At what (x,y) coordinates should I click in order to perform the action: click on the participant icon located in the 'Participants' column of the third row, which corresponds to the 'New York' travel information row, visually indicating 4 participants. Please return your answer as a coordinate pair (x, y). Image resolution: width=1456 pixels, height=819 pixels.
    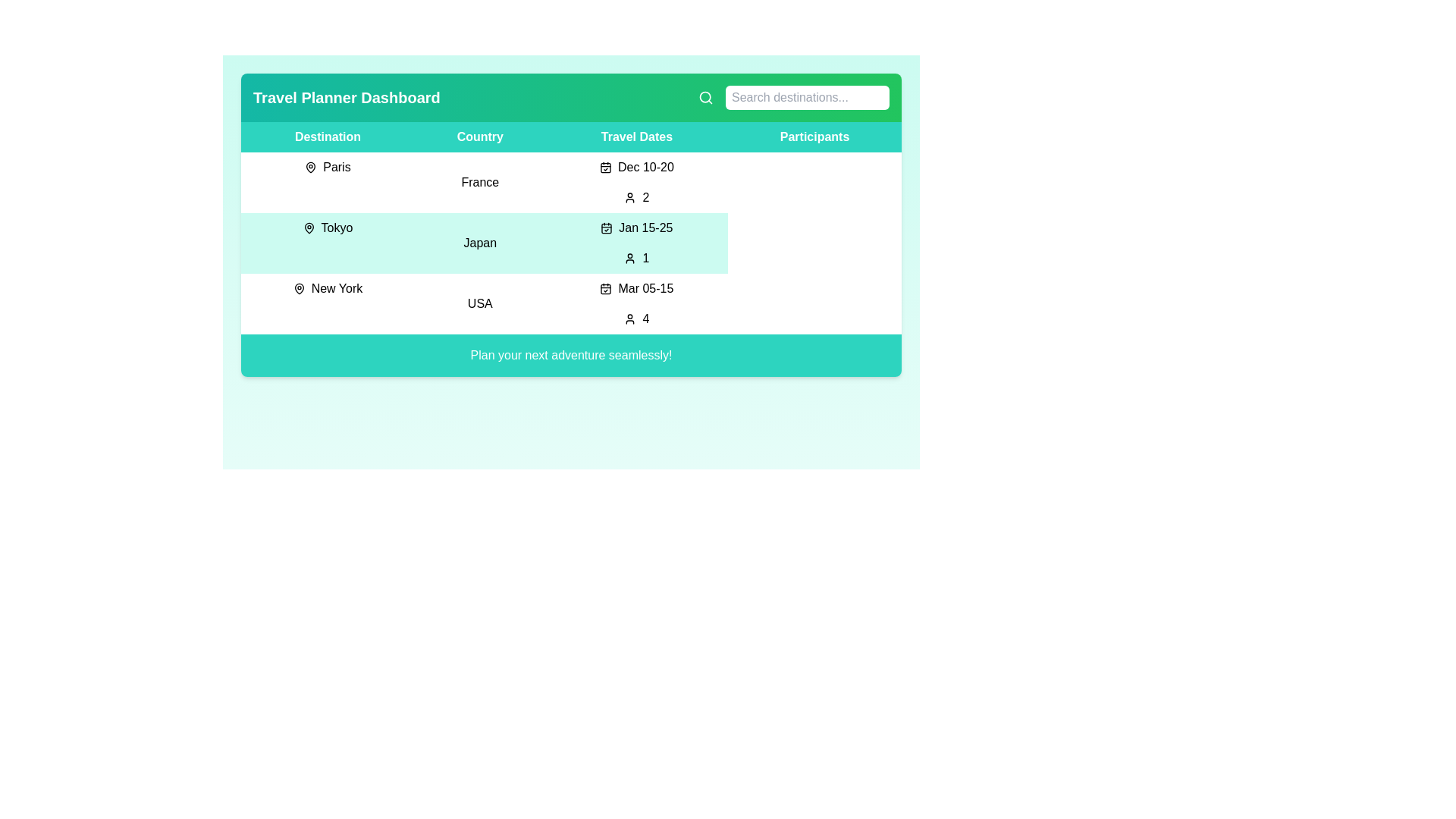
    Looking at the image, I should click on (630, 318).